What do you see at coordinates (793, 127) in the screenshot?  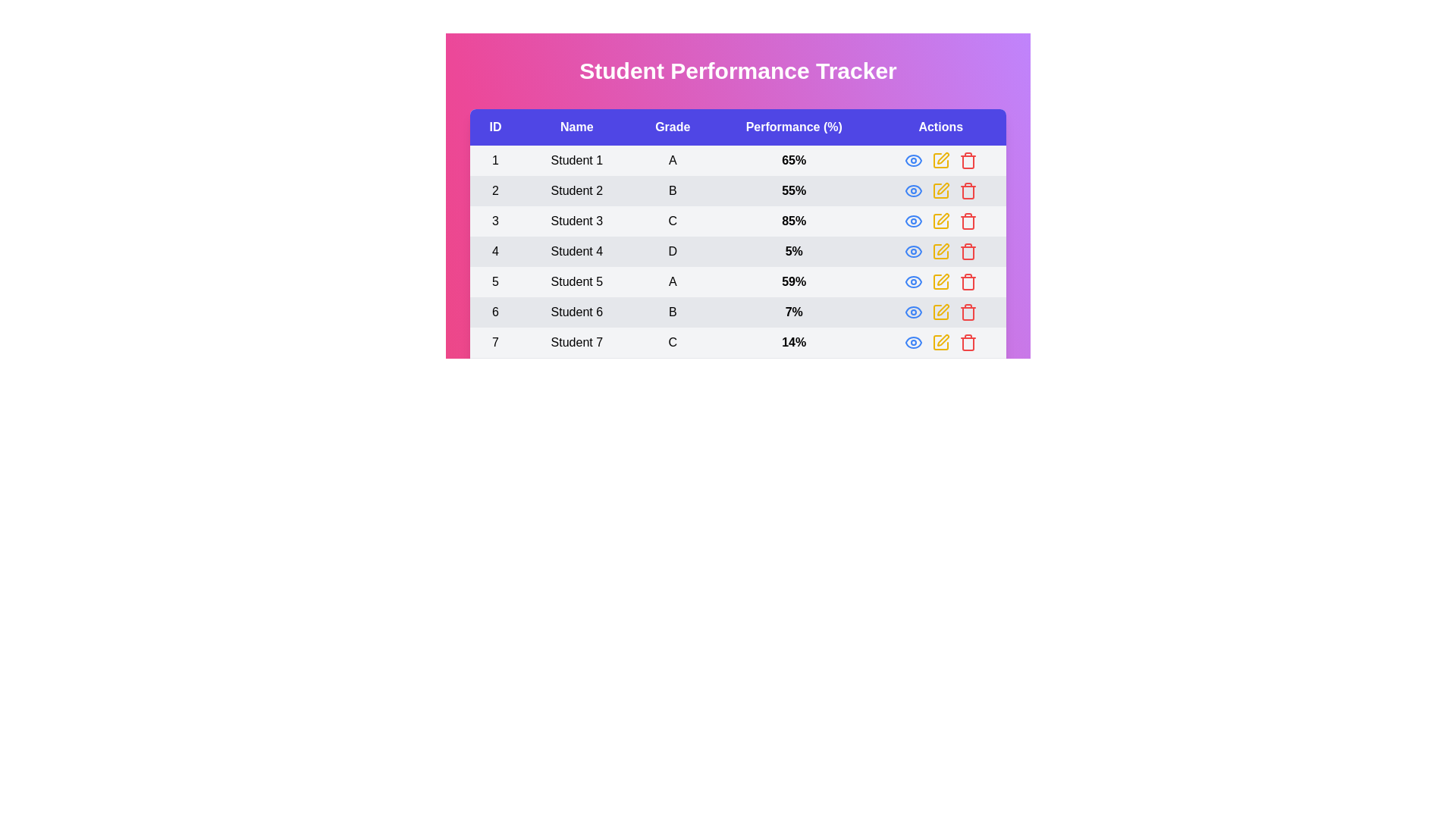 I see `the column header Performance (%) to sort the rows by that column` at bounding box center [793, 127].